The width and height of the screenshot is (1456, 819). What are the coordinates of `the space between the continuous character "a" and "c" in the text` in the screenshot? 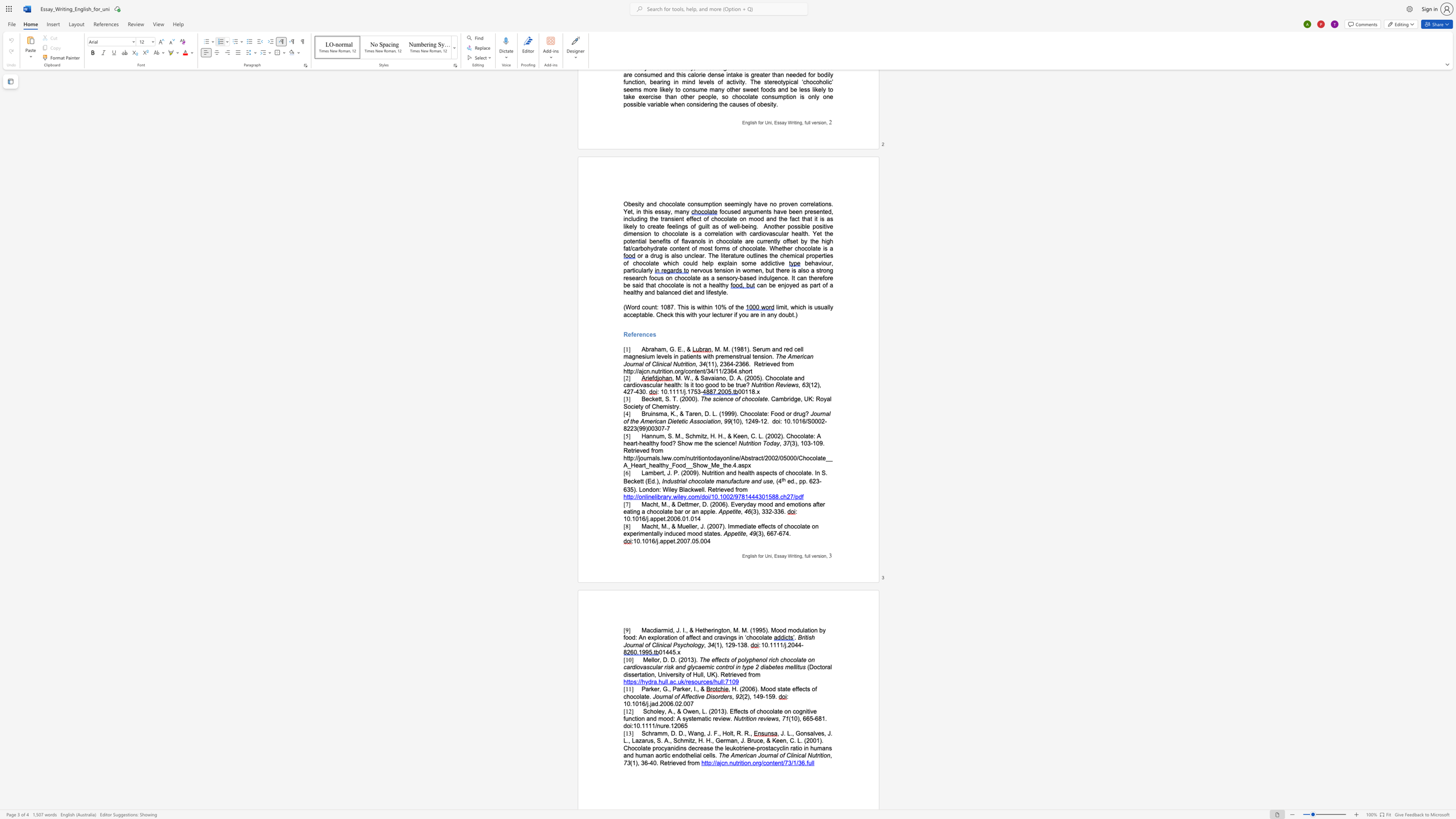 It's located at (649, 526).